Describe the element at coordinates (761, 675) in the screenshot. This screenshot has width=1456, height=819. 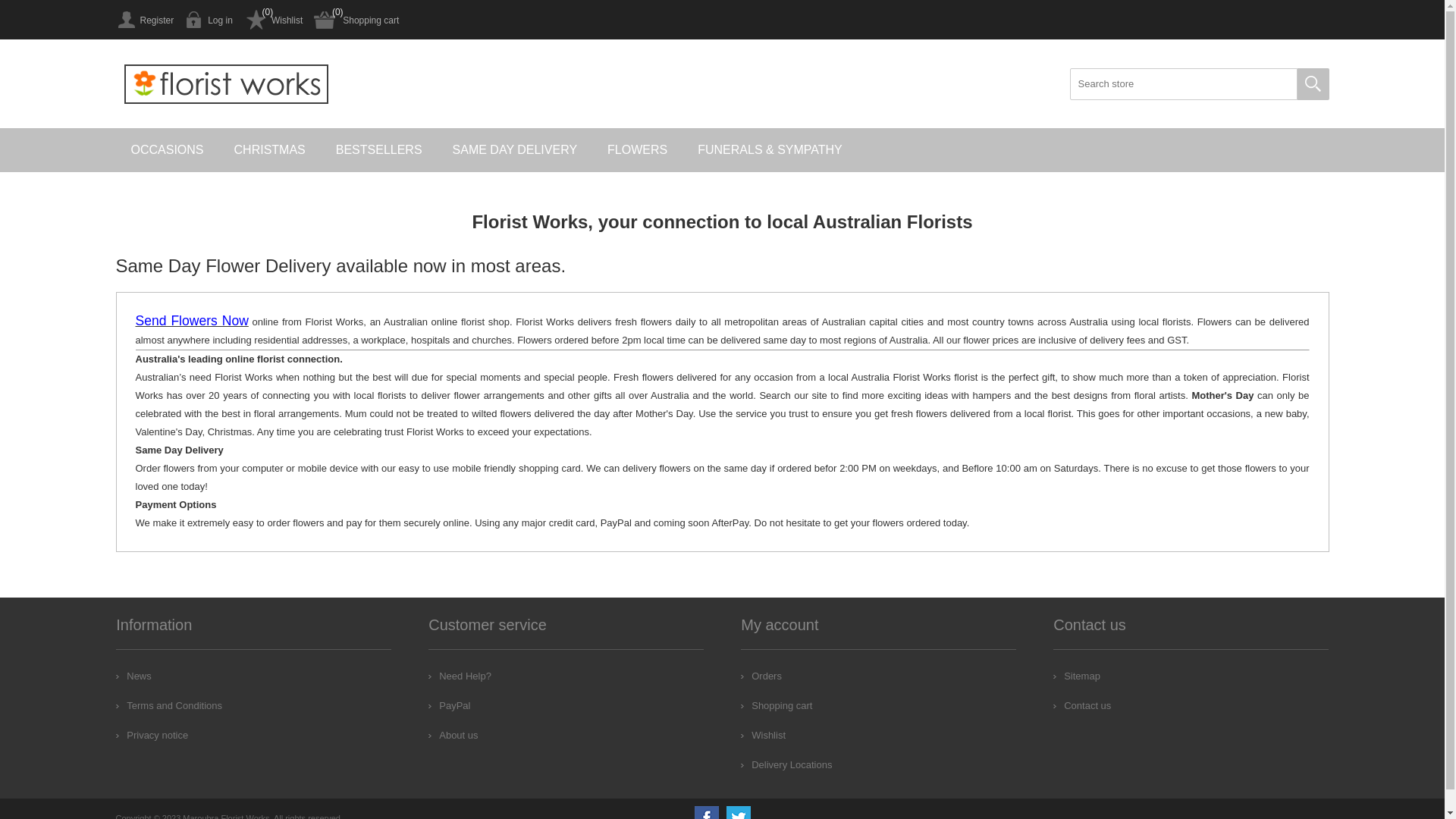
I see `'Orders'` at that location.